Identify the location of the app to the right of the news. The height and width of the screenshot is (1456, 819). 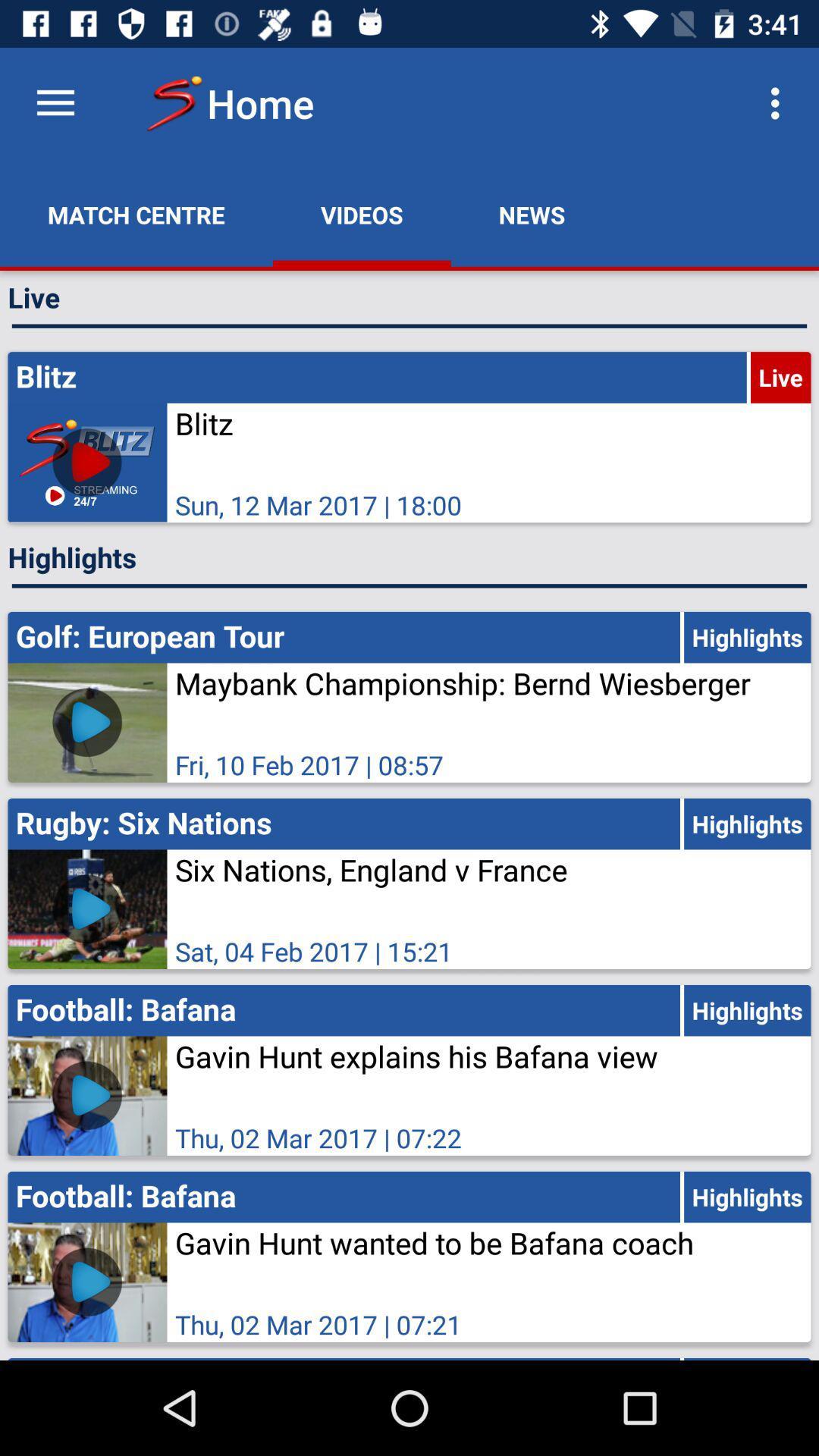
(779, 102).